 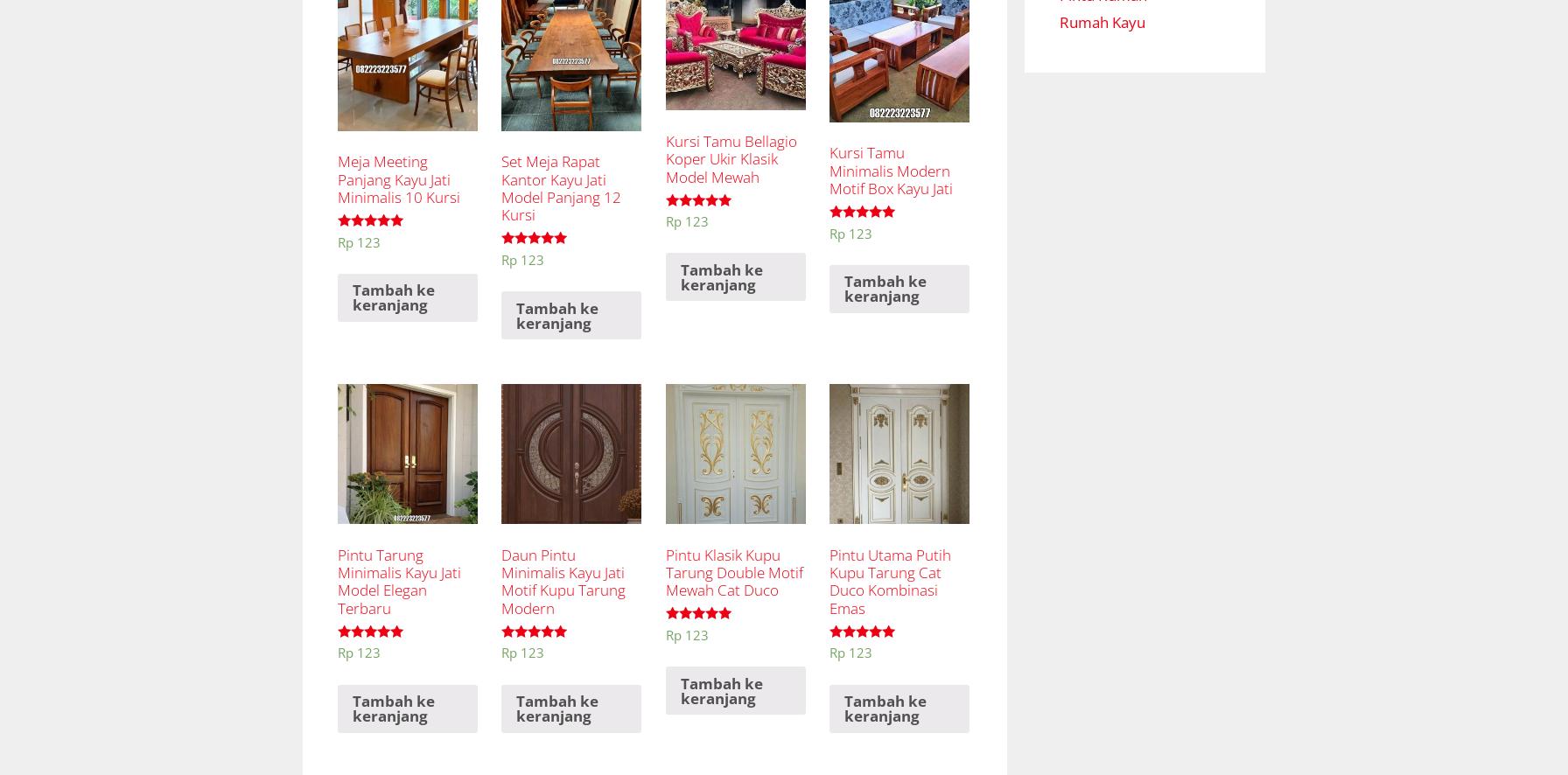 What do you see at coordinates (664, 158) in the screenshot?
I see `'Kursi Tamu Bellagio Koper Ukir Klasik Model Mewah'` at bounding box center [664, 158].